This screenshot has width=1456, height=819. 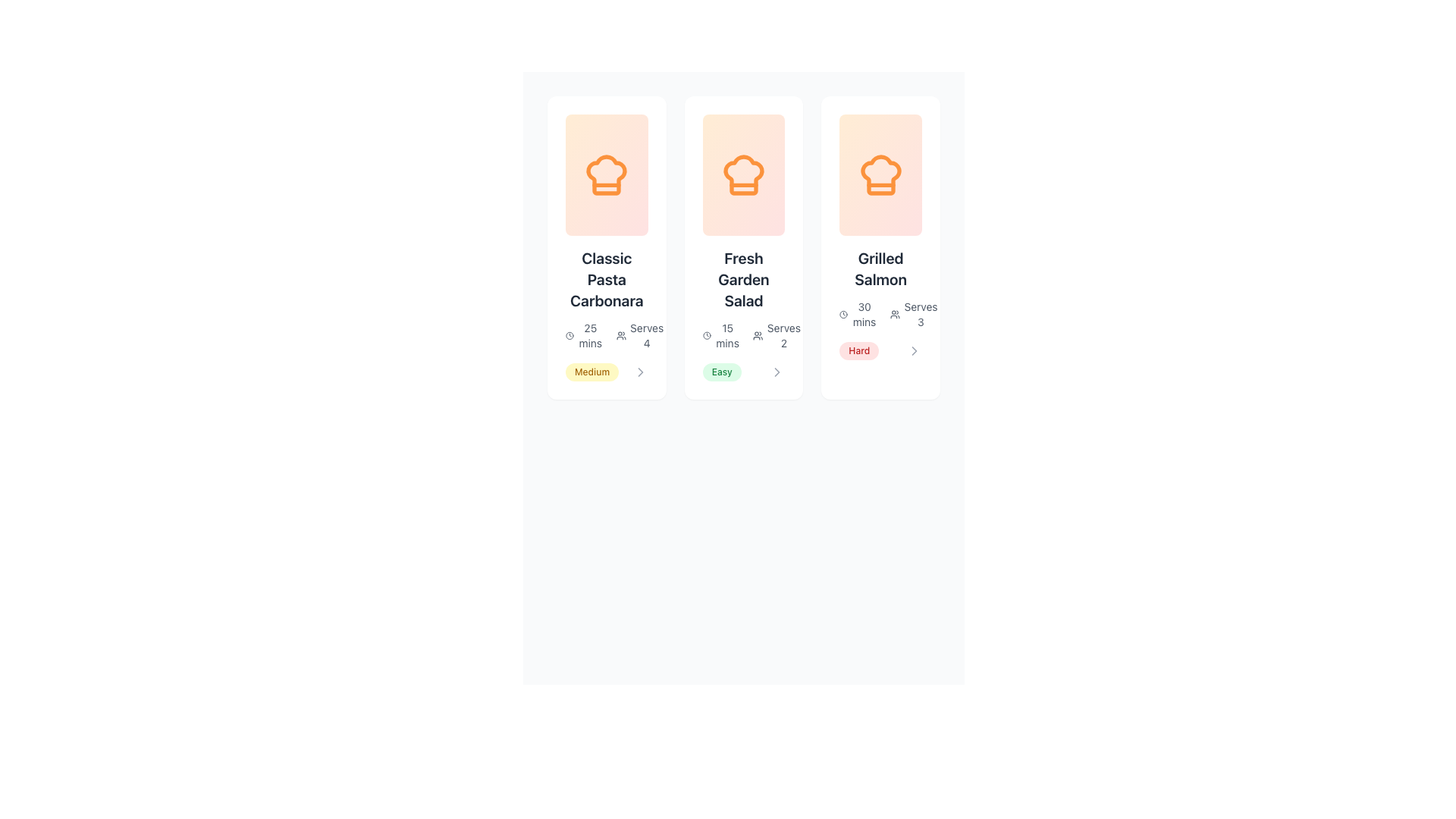 I want to click on the informational text with timer and serving information for the 'Grilled Salmon' recipe, which displays '30 mins' with a clock icon and 'Serves 3' with a people icon, so click(x=880, y=314).